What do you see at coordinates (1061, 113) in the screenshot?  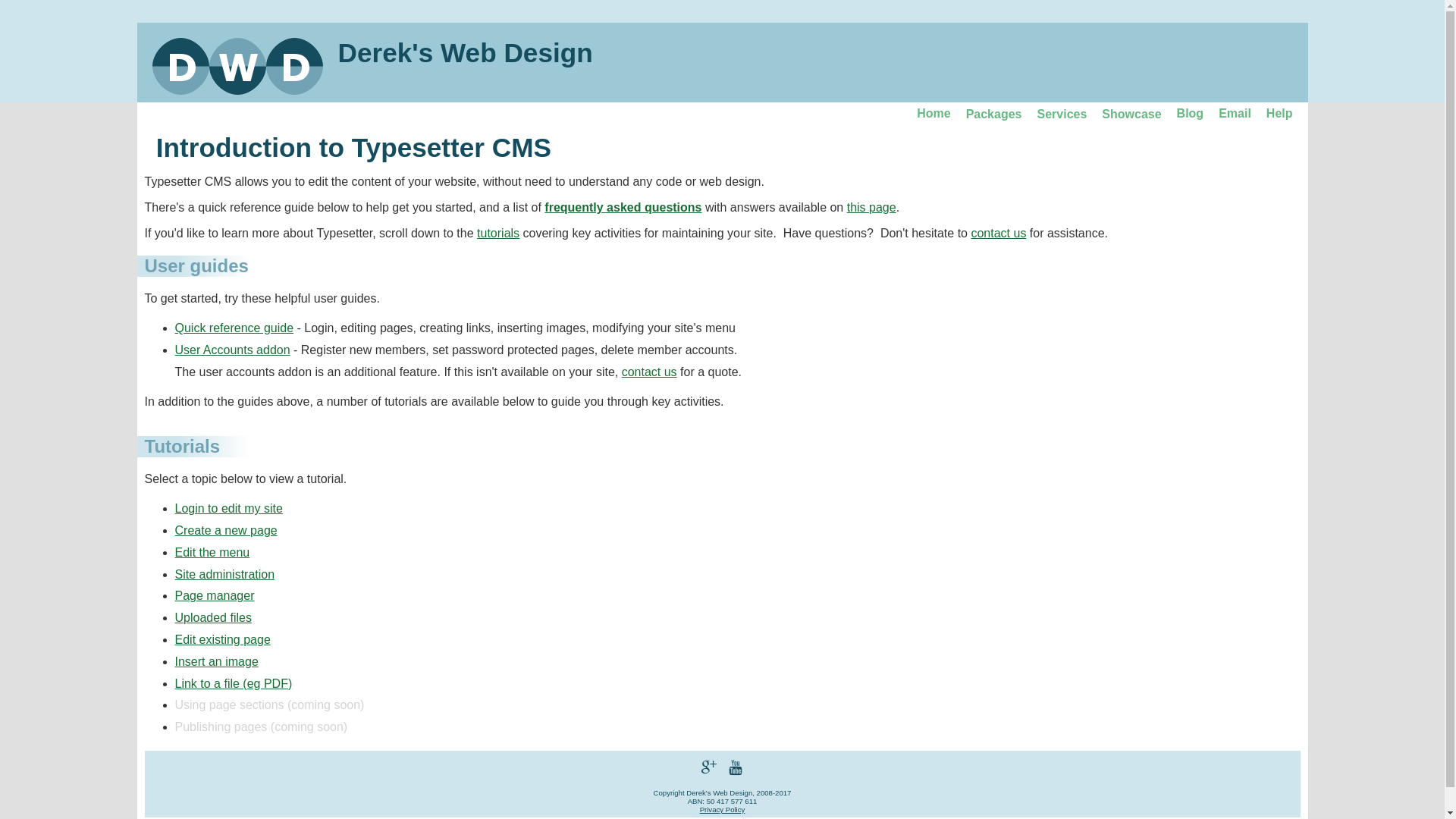 I see `'Services'` at bounding box center [1061, 113].